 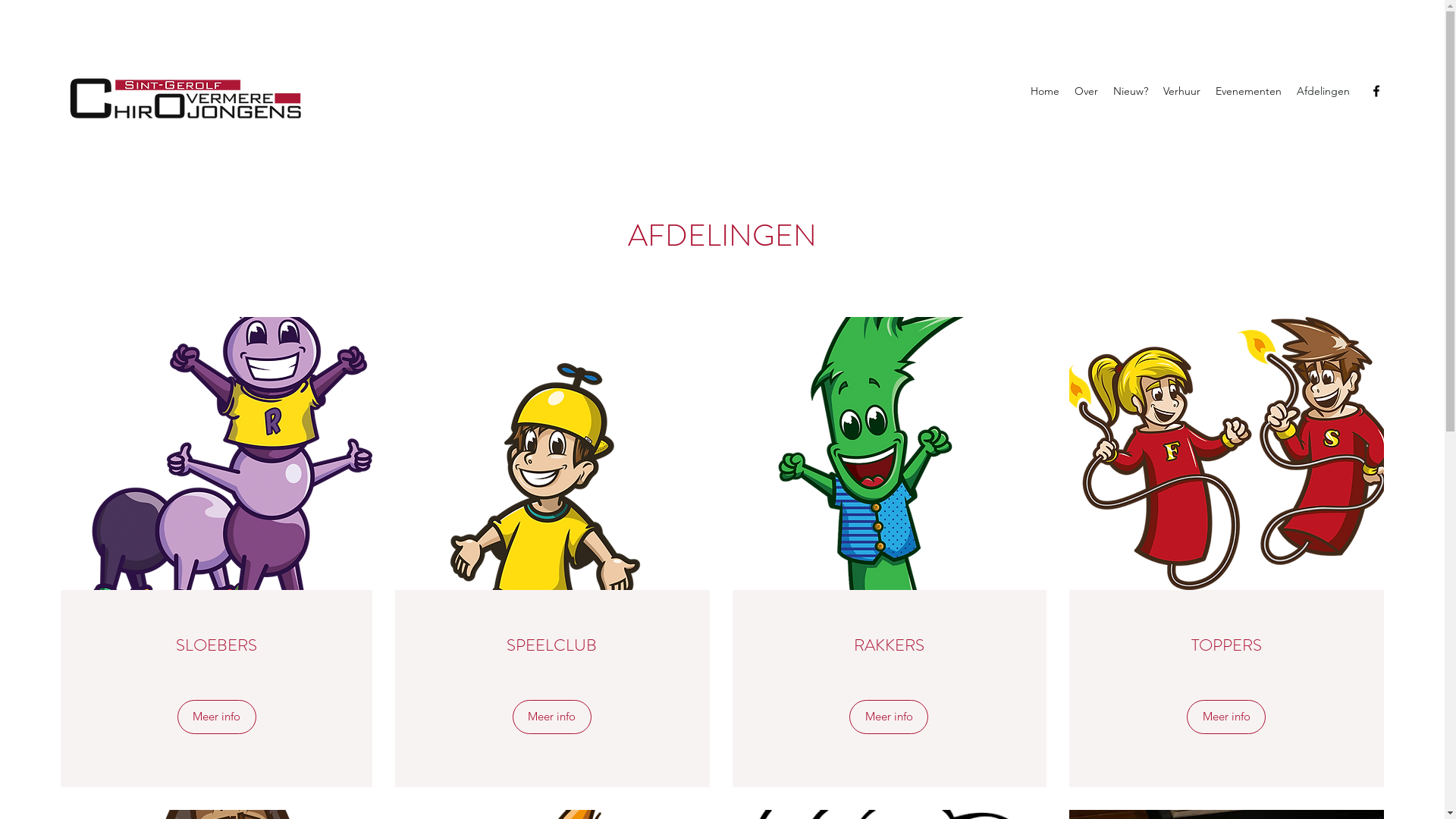 I want to click on 'Meer info', so click(x=1226, y=717).